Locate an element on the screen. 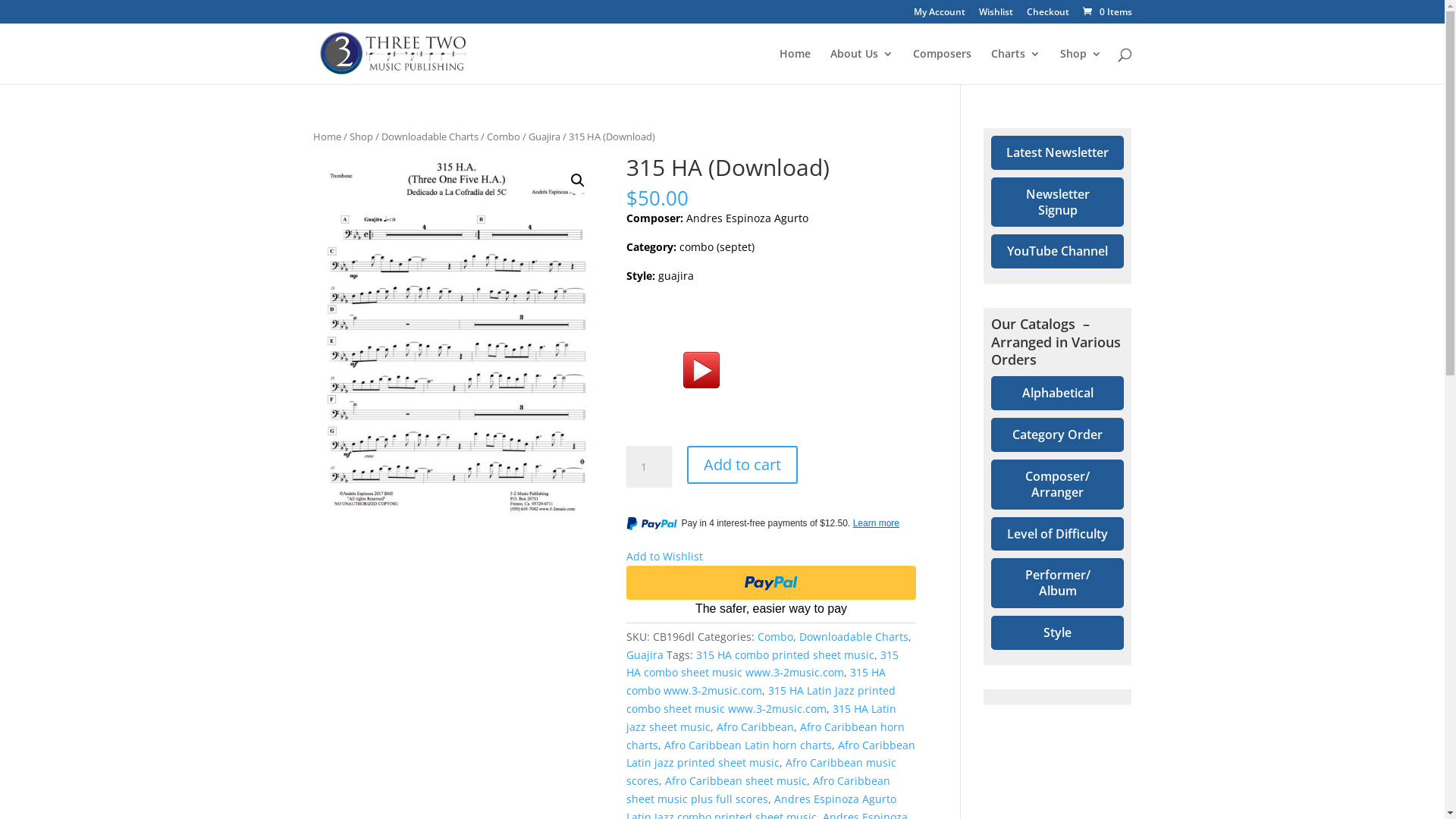  'Shop' is located at coordinates (359, 136).